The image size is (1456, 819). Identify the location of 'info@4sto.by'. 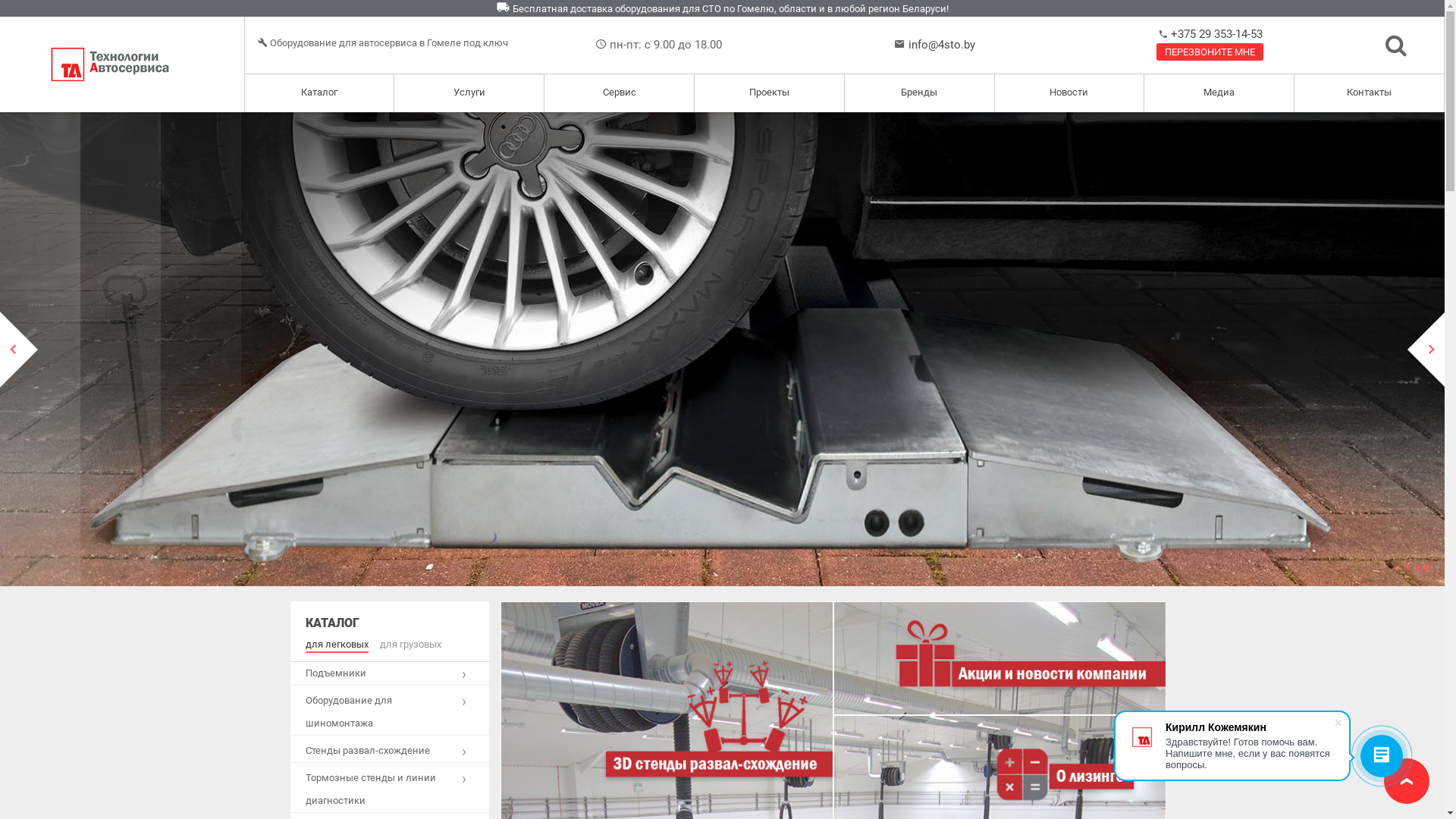
(941, 43).